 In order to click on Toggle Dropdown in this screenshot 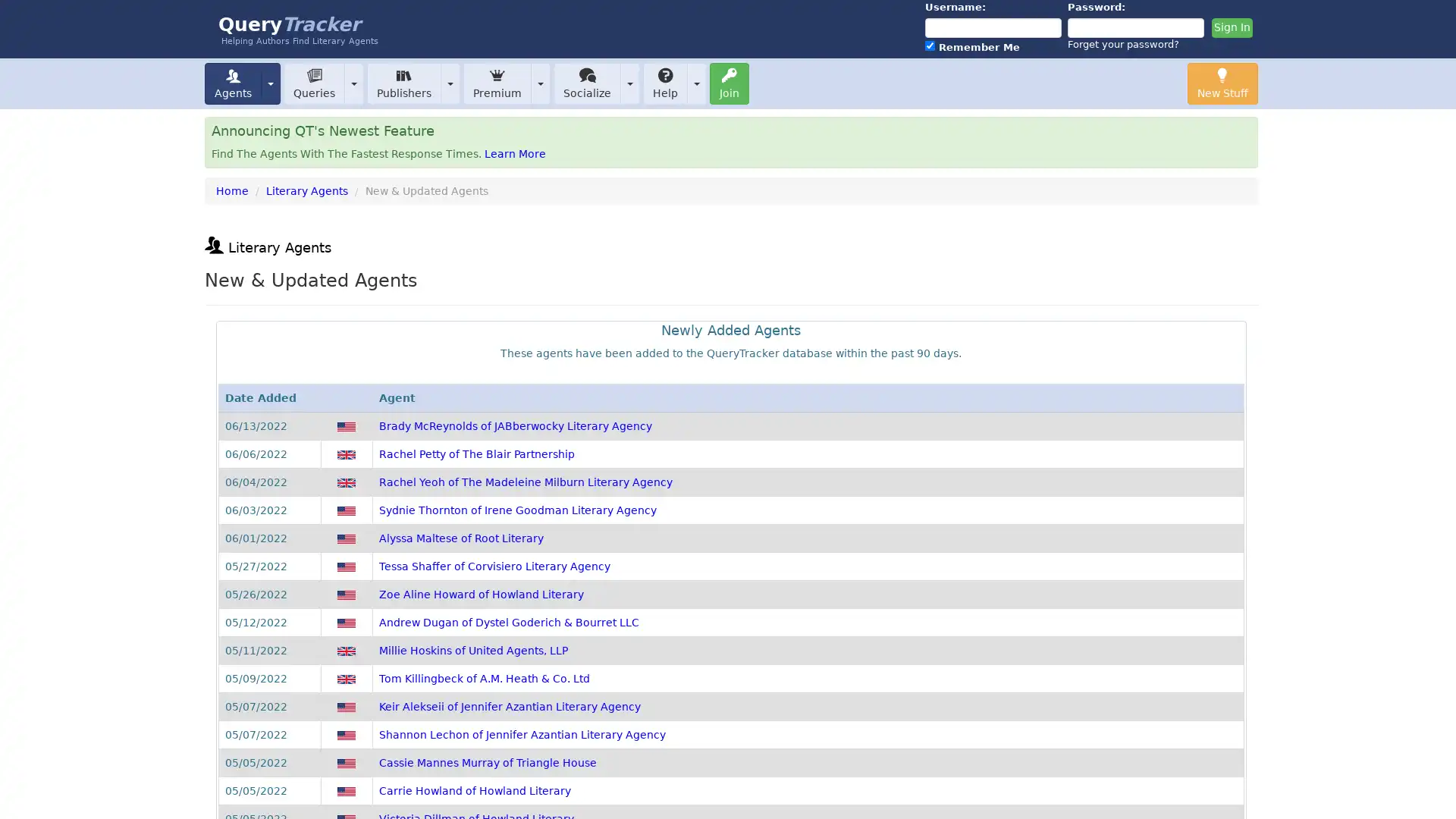, I will do `click(450, 83)`.